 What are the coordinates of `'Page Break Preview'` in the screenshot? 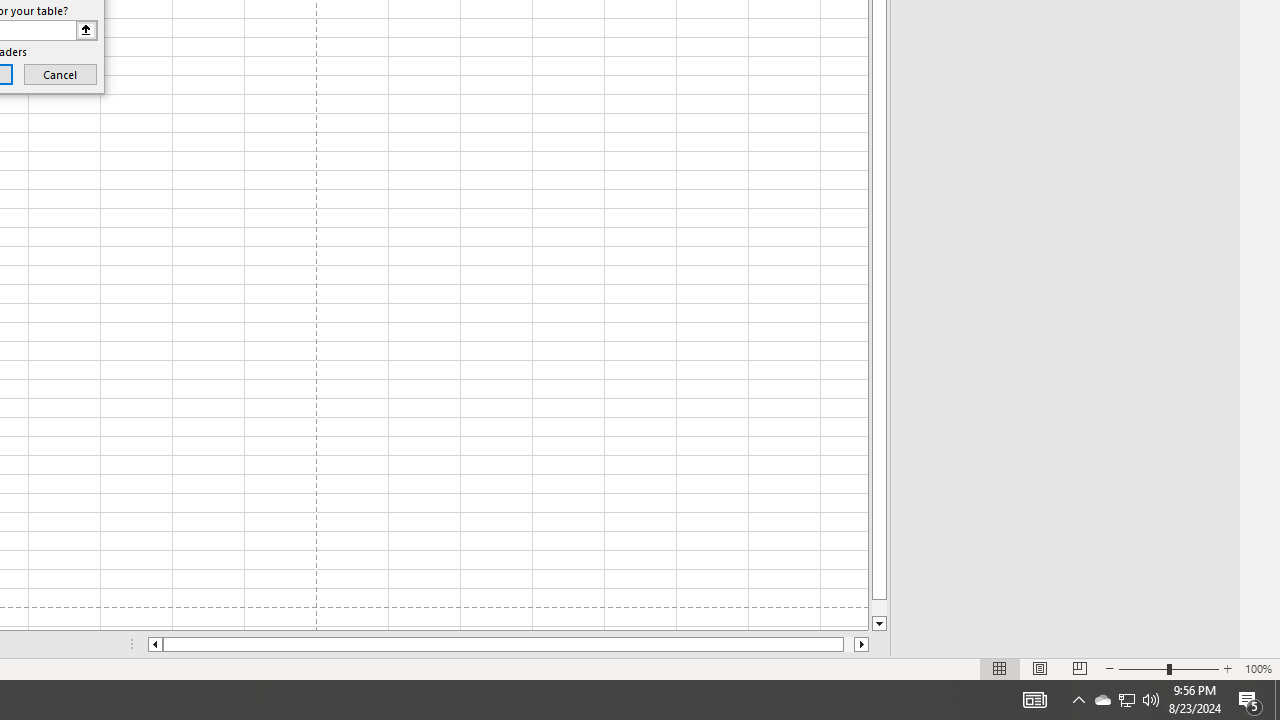 It's located at (1078, 669).